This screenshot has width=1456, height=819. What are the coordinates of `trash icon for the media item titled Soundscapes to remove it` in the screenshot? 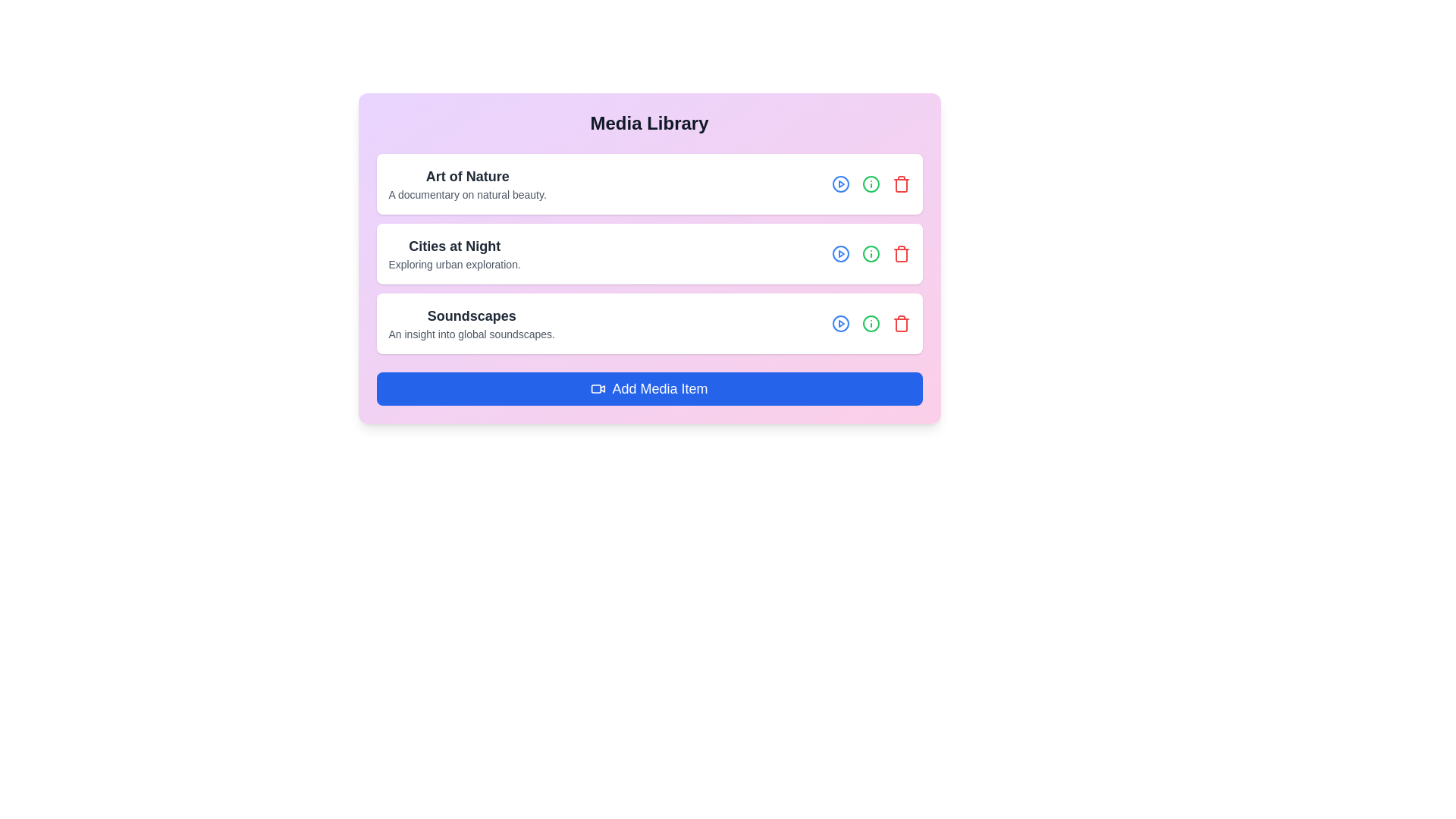 It's located at (901, 323).